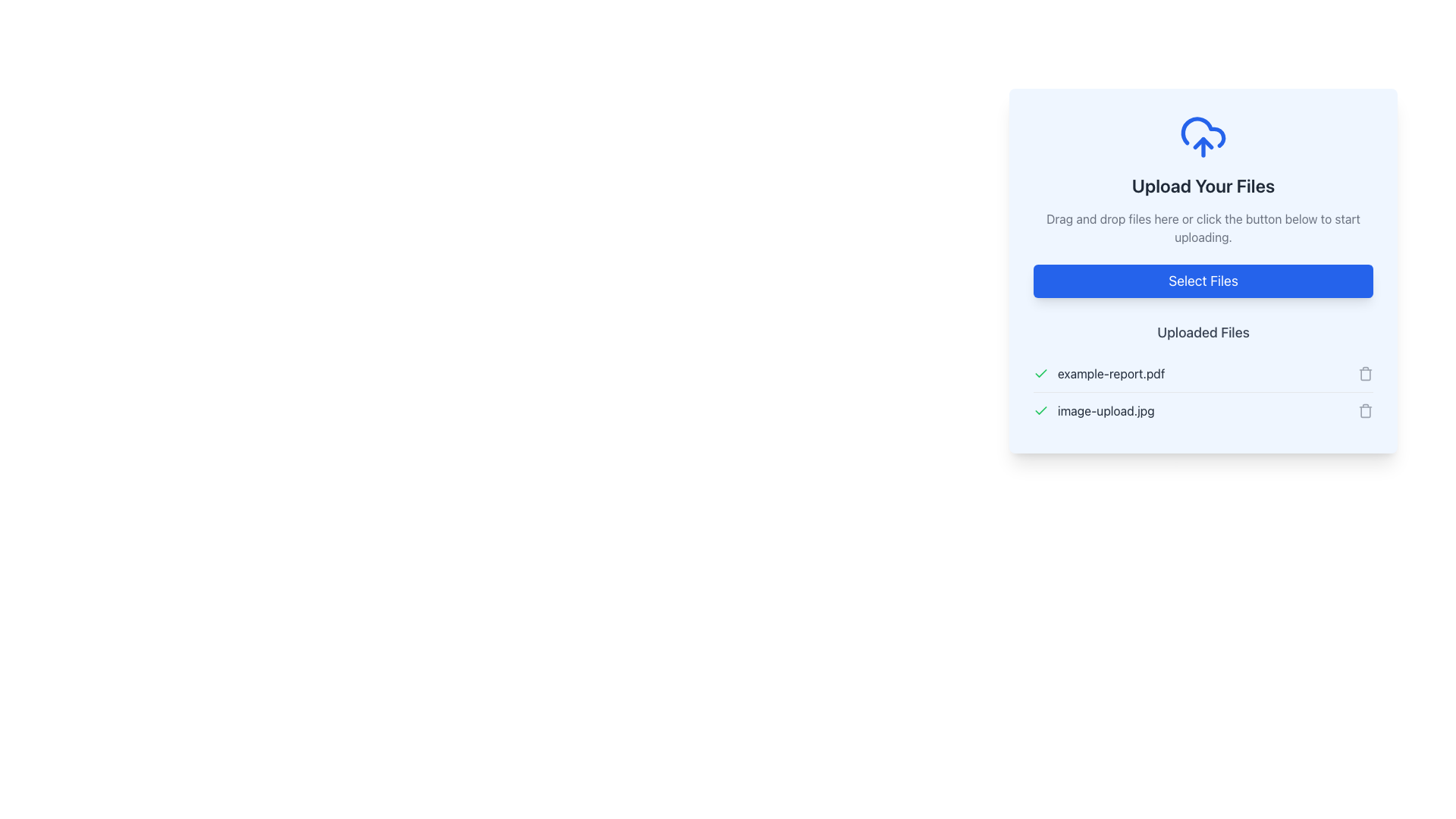 The width and height of the screenshot is (1456, 819). What do you see at coordinates (1203, 137) in the screenshot?
I see `the blue cloud icon with an upward-pointing arrow, which signifies file upload functionality, located above the 'Upload Your Files' header` at bounding box center [1203, 137].